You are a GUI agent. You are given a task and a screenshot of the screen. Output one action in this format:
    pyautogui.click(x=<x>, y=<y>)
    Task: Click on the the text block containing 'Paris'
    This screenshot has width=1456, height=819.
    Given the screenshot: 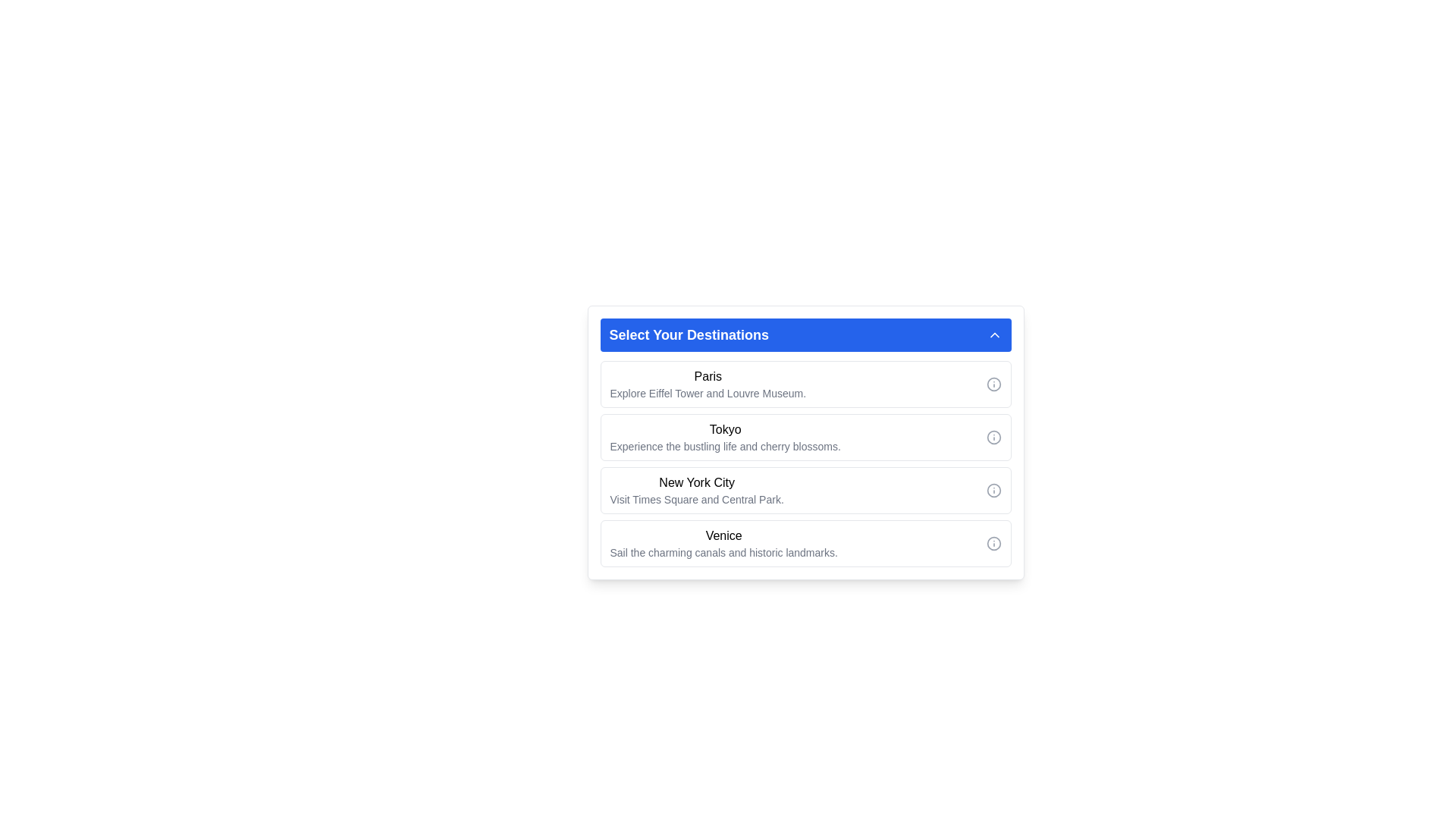 What is the action you would take?
    pyautogui.click(x=707, y=383)
    